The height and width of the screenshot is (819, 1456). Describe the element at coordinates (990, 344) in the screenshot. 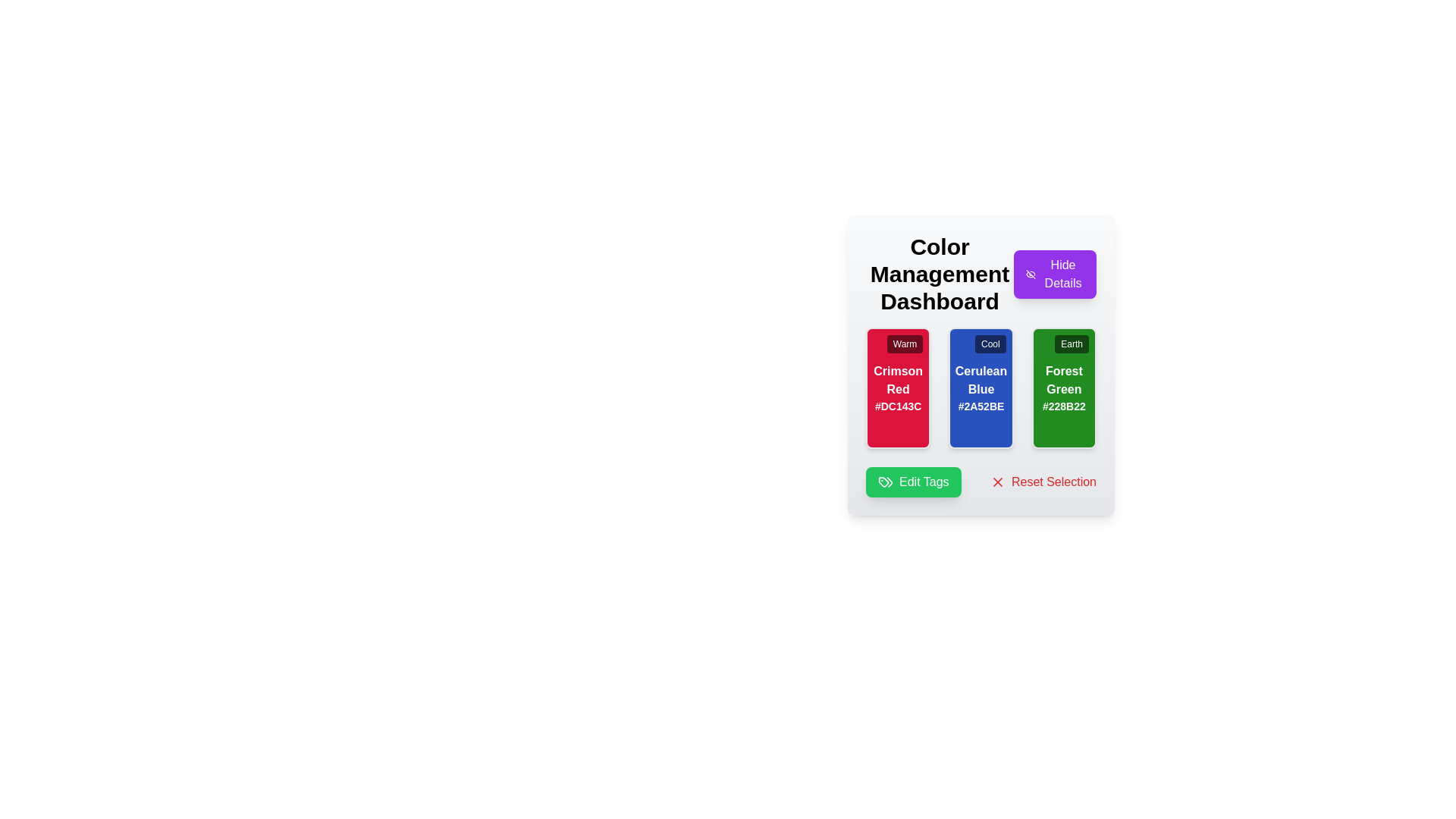

I see `the badge labeled 'Cool' which is positioned in the top-right corner of the blue card labeled 'Cerulean Blue'` at that location.